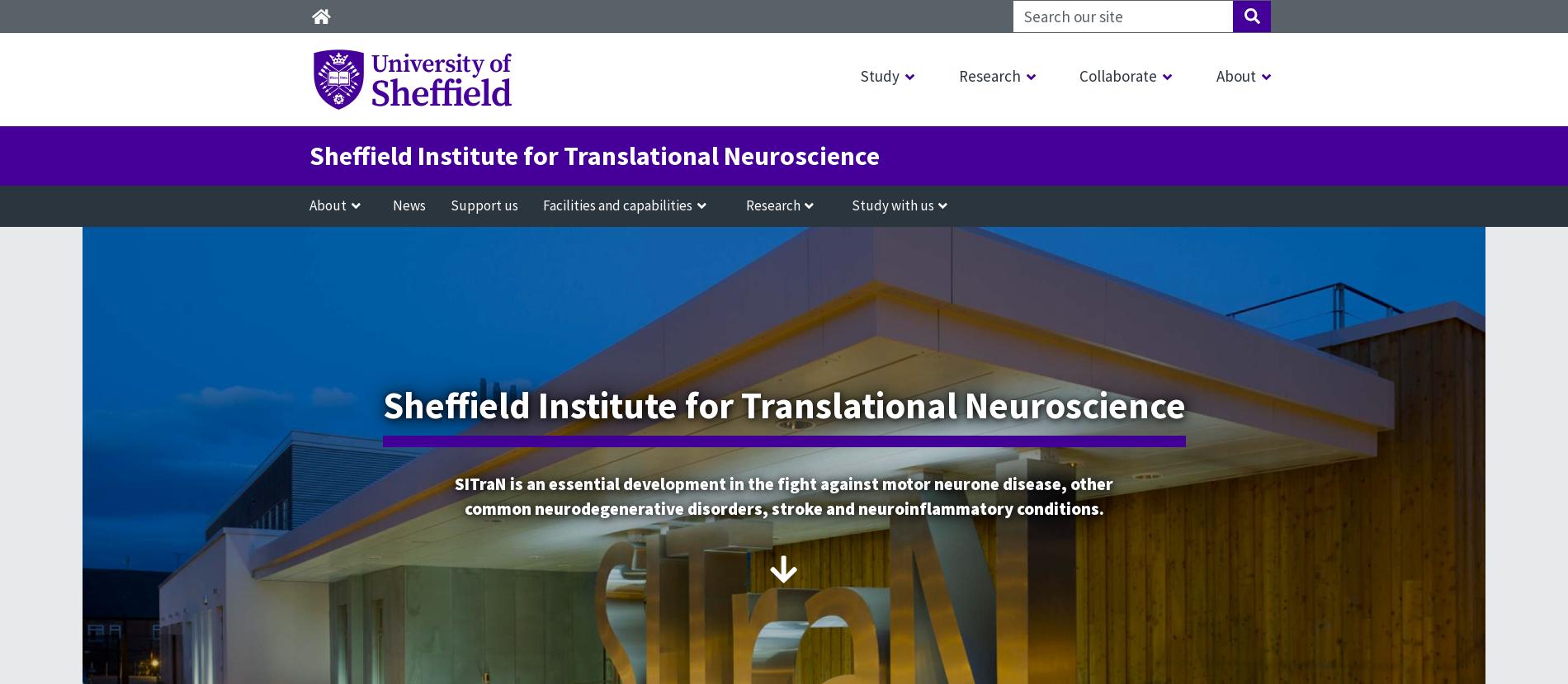 The image size is (1568, 684). I want to click on 'Facilities and capabilities', so click(616, 205).